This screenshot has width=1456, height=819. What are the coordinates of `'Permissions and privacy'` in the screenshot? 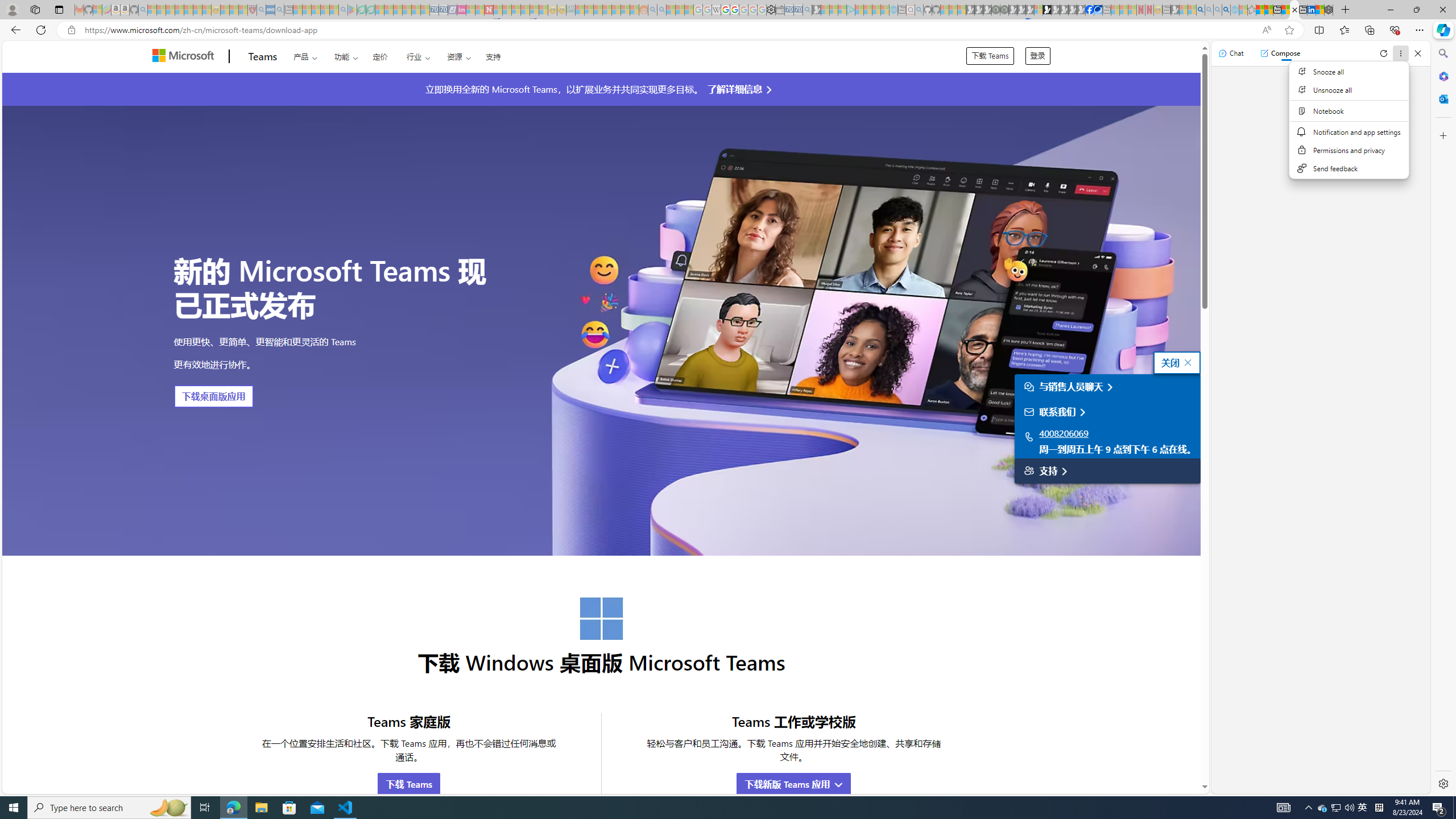 It's located at (1349, 150).